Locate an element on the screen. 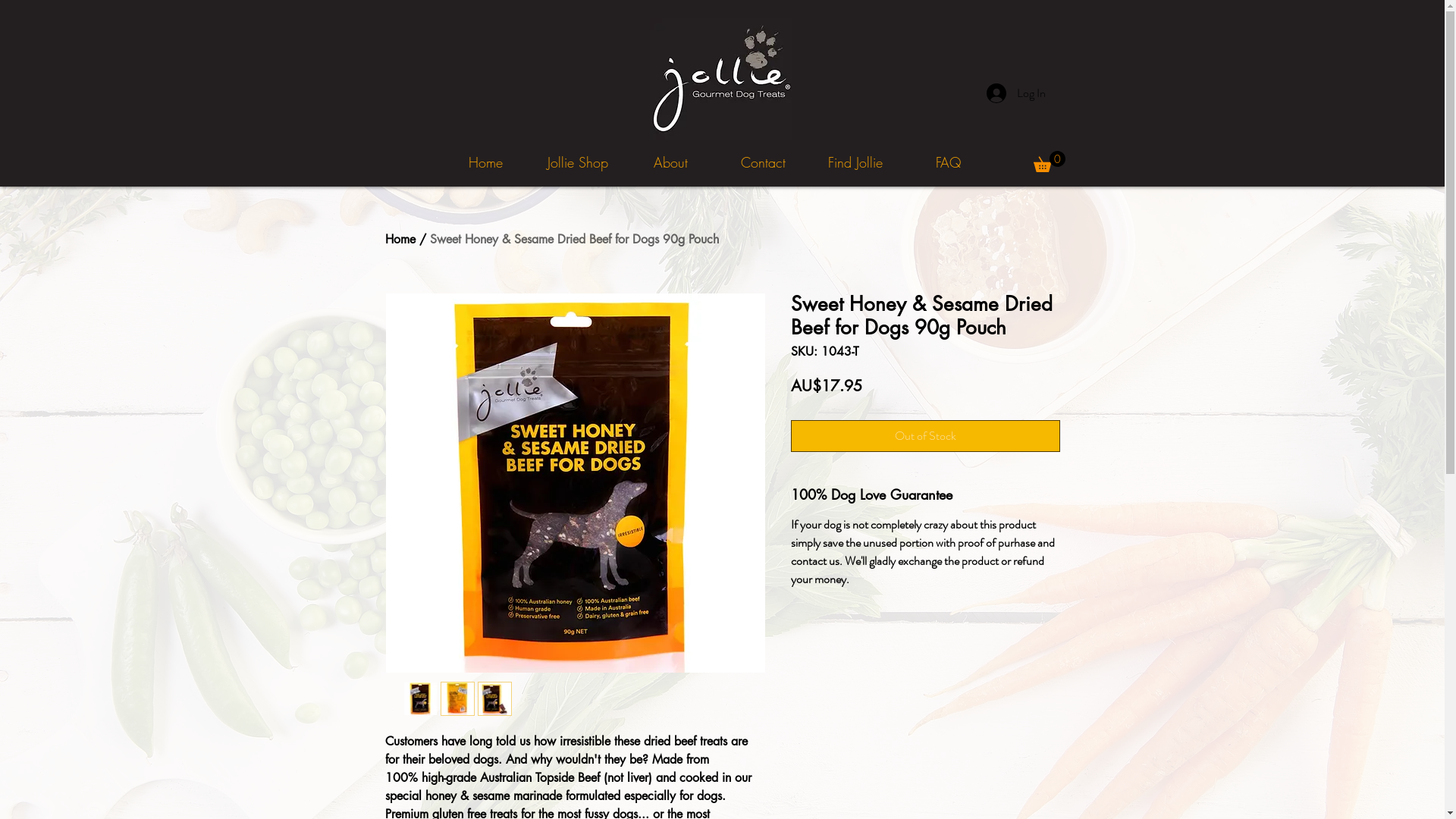 This screenshot has width=1456, height=819. 'Home' is located at coordinates (400, 239).